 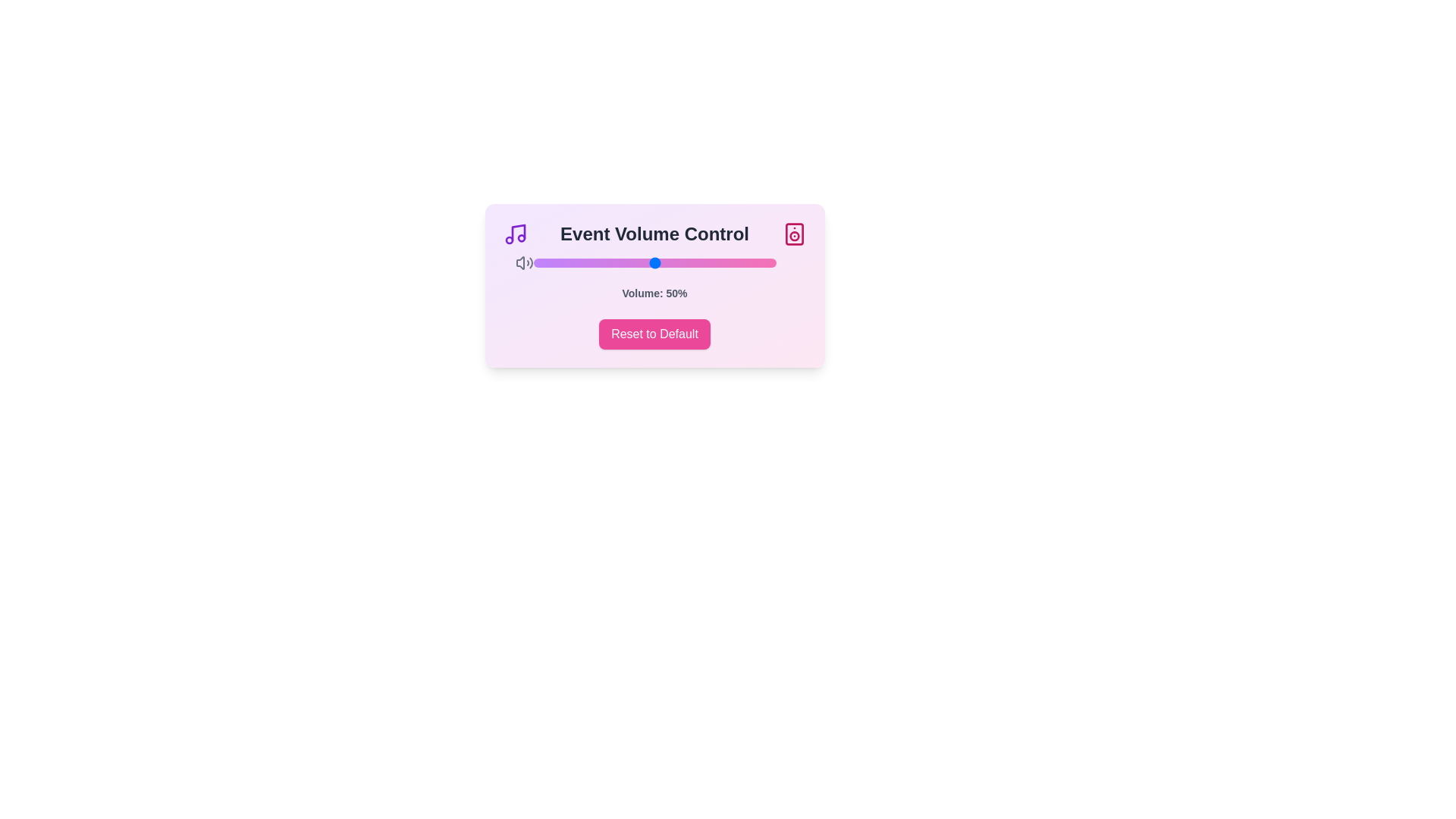 What do you see at coordinates (752, 262) in the screenshot?
I see `the volume slider to set the volume to 90%` at bounding box center [752, 262].